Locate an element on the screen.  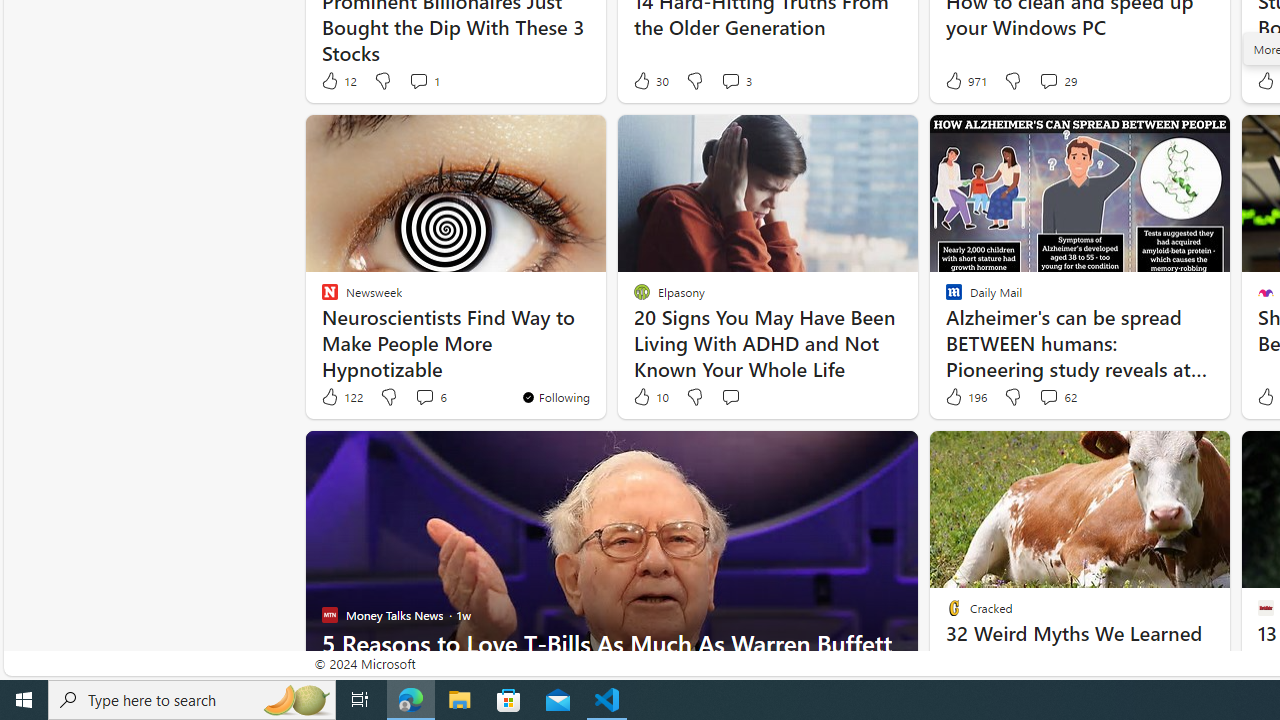
'122 Like' is located at coordinates (341, 397).